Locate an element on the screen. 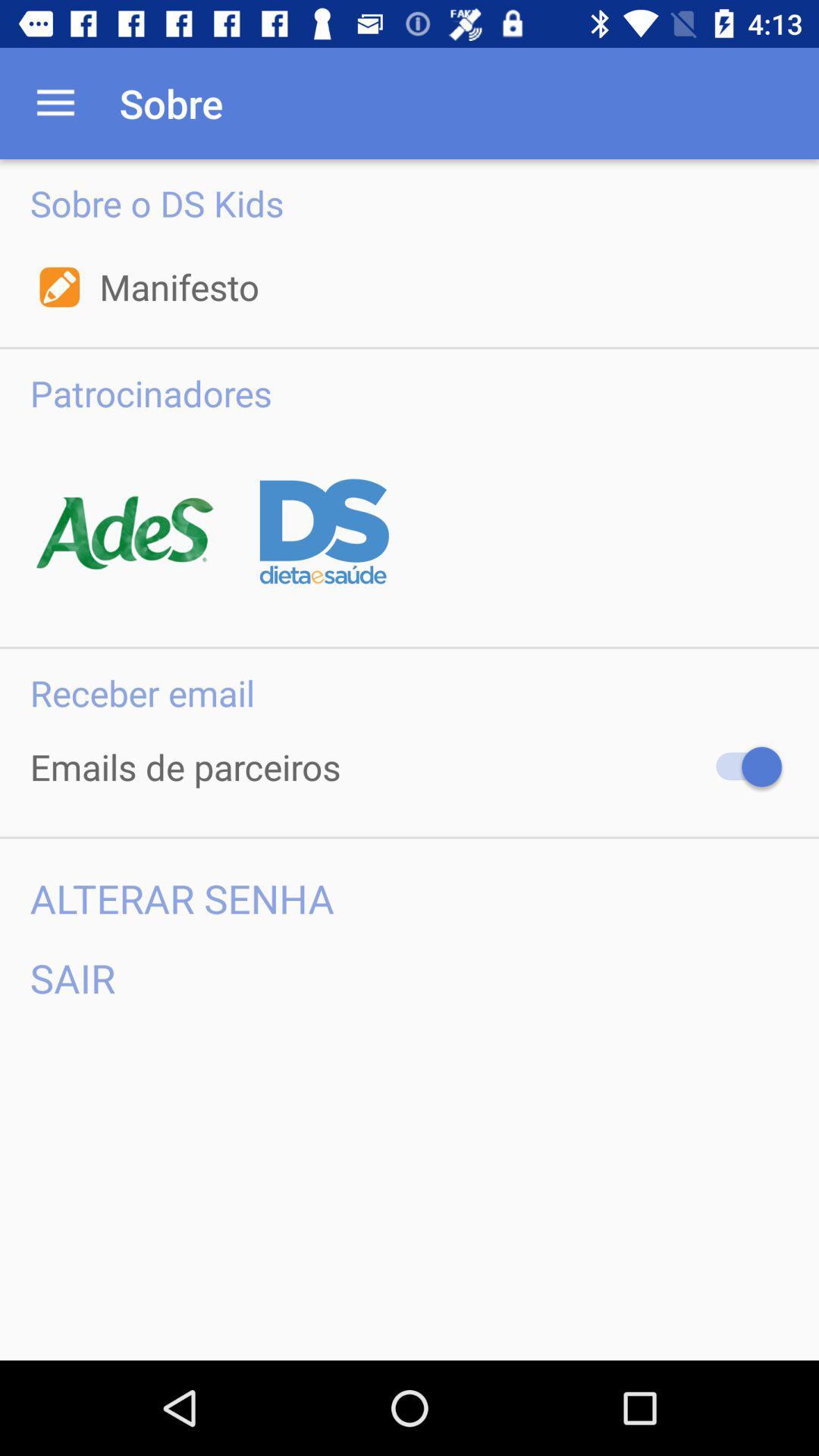 The height and width of the screenshot is (1456, 819). the icon next to the sobre icon is located at coordinates (55, 102).